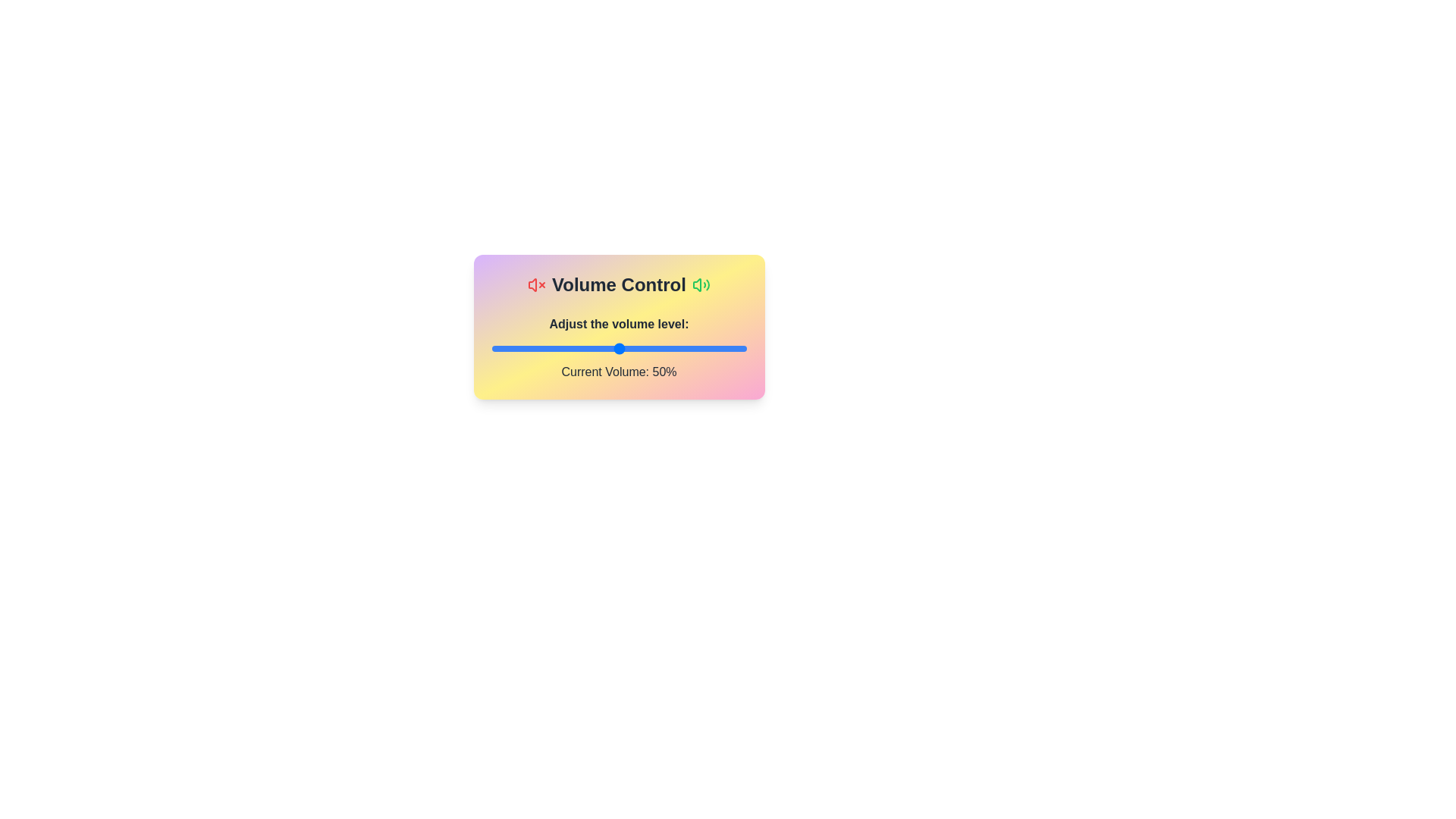 The image size is (1456, 819). I want to click on the volume to 87% by interacting with the slider, so click(712, 348).